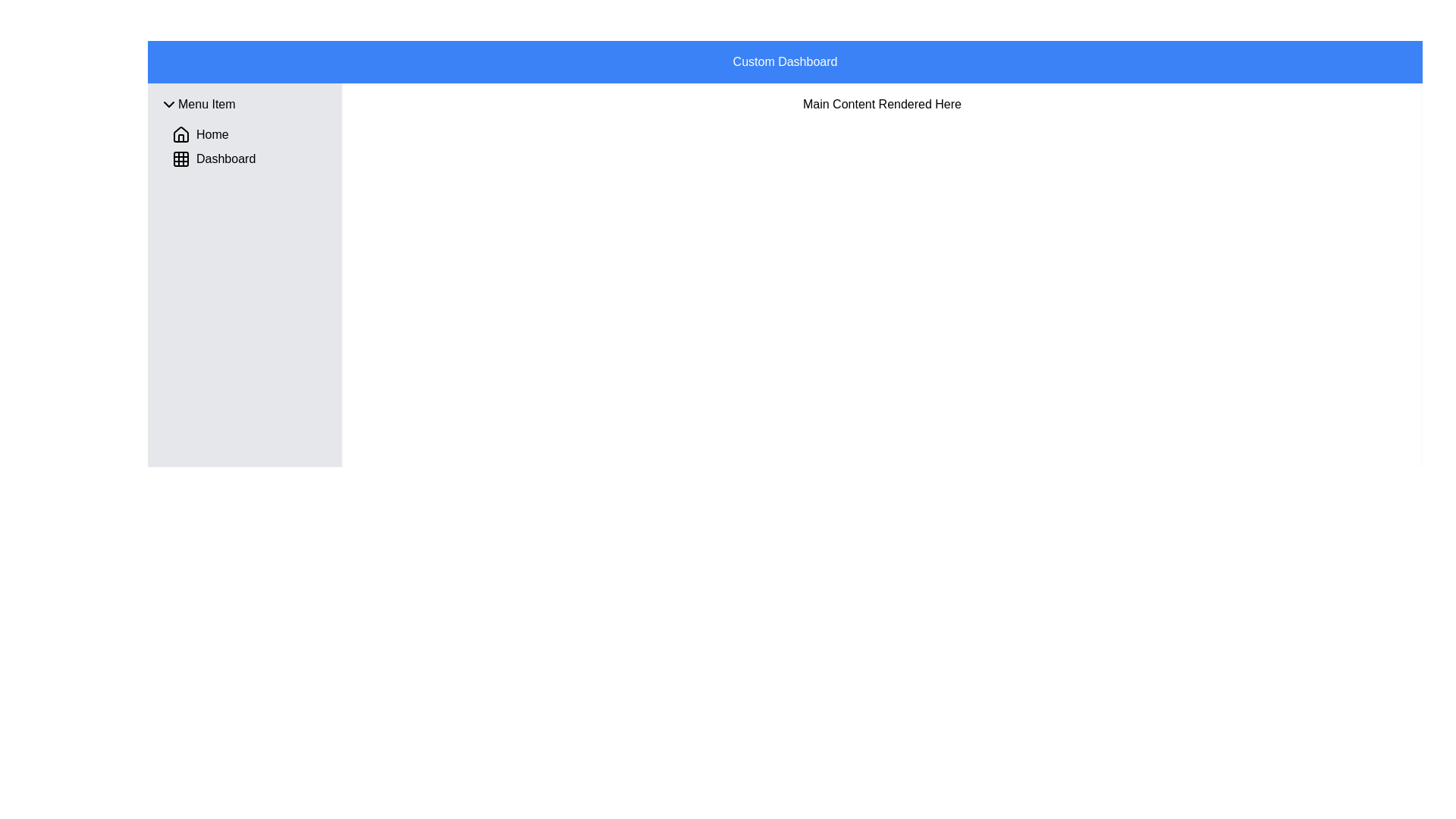 The image size is (1456, 819). I want to click on keyboard navigation, so click(168, 104).